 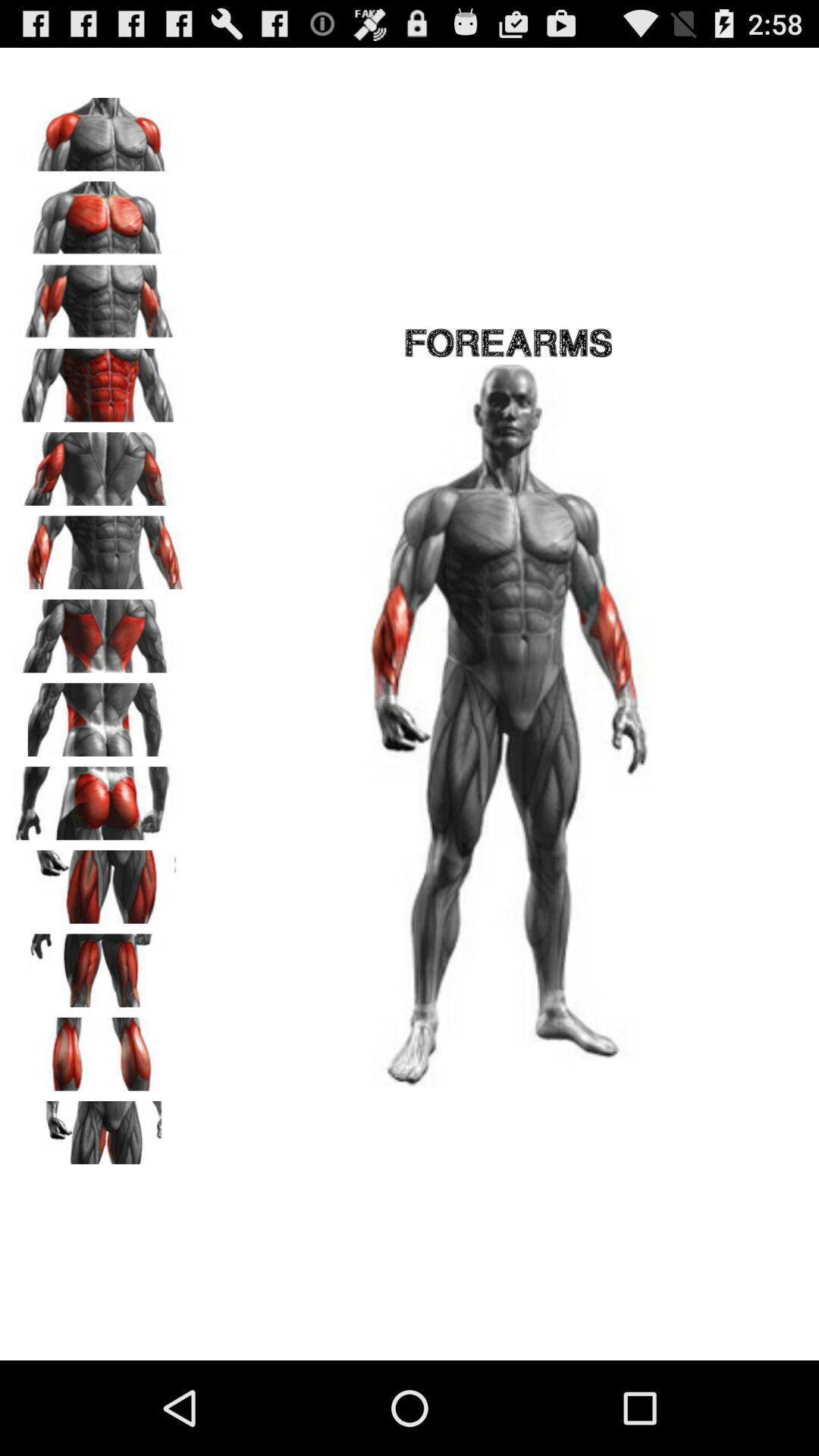 I want to click on abs, so click(x=99, y=380).